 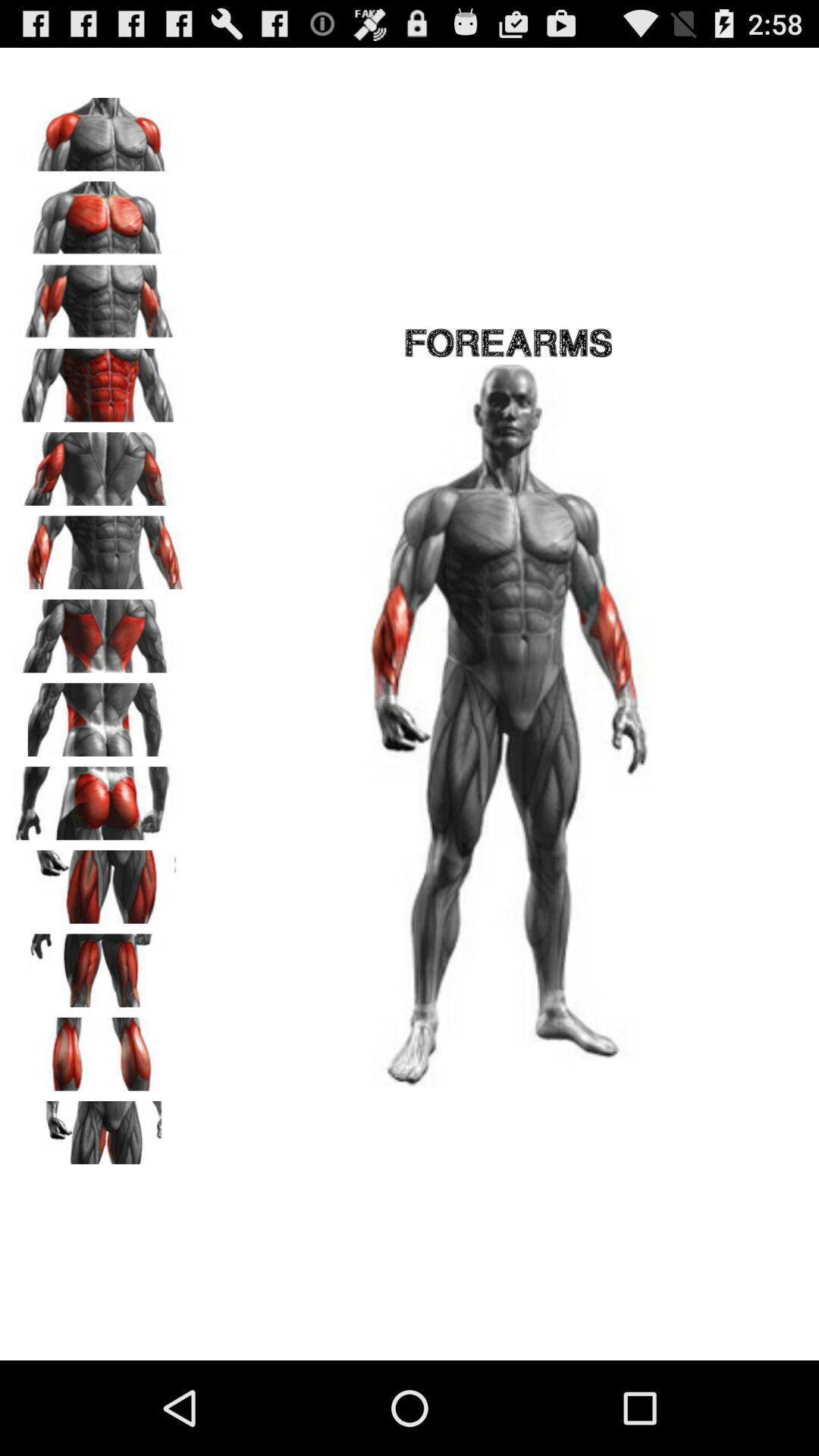 I want to click on abs, so click(x=99, y=380).